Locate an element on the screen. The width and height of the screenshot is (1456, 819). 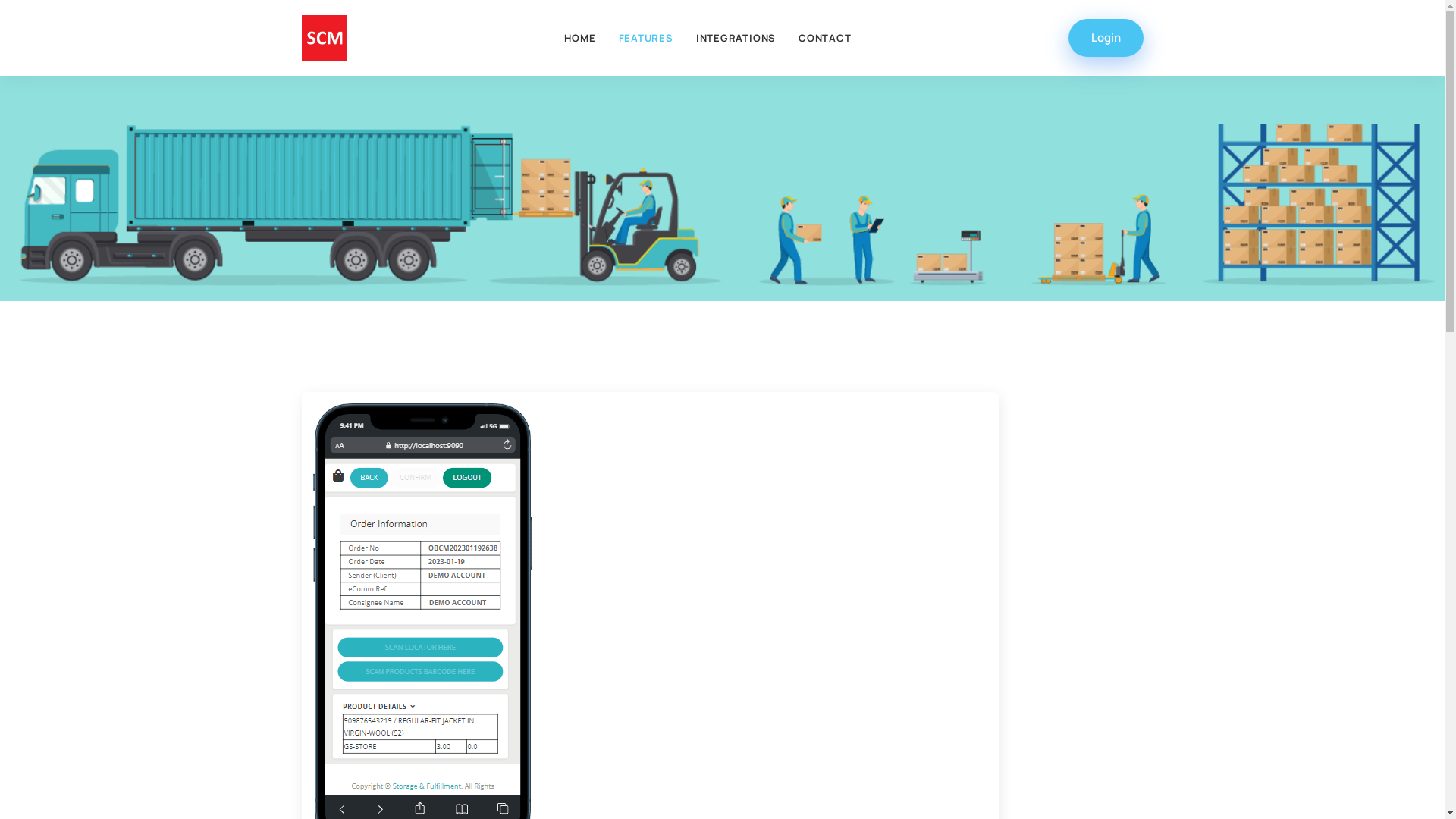
'FEATURES' is located at coordinates (607, 37).